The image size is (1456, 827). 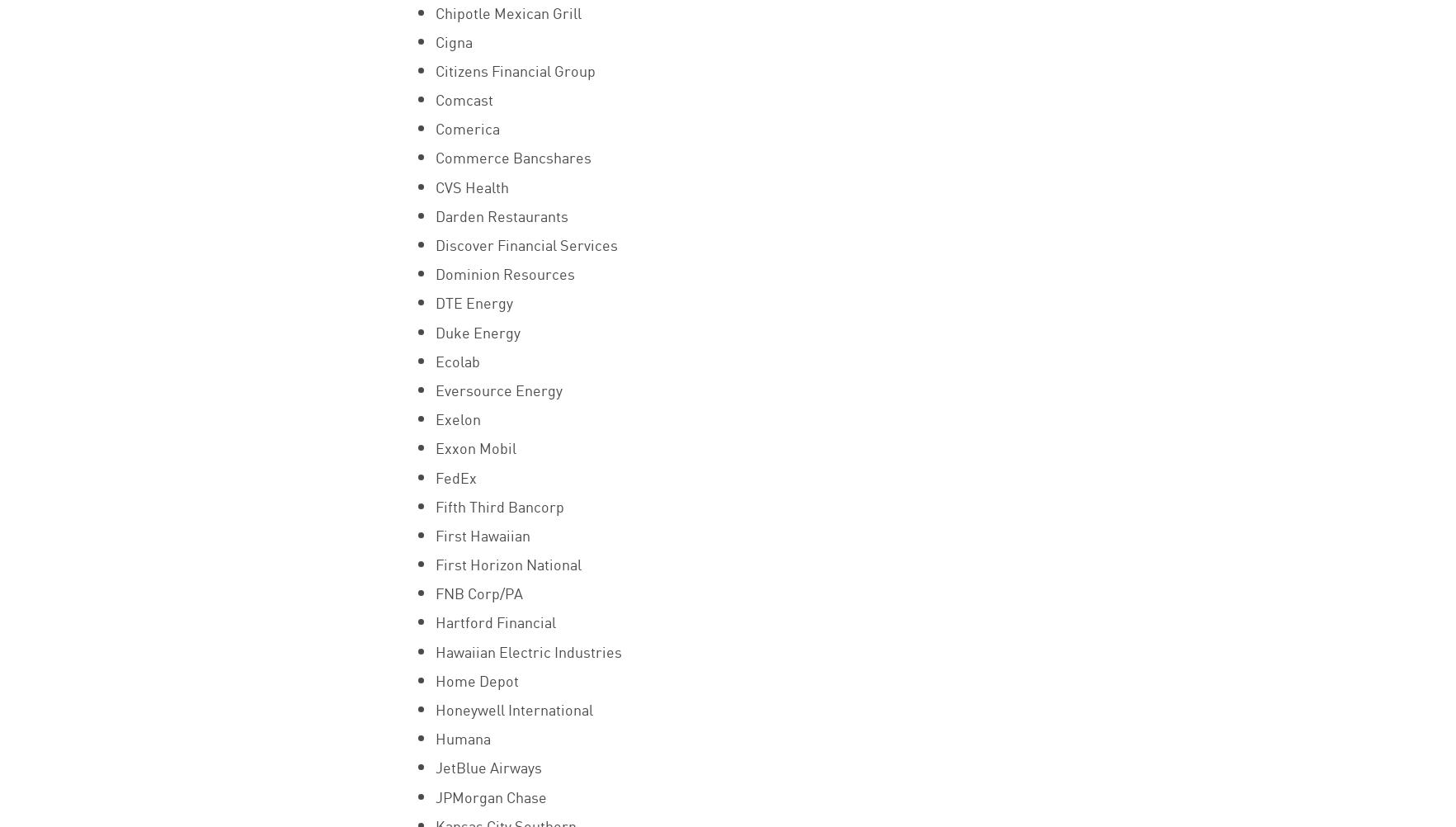 I want to click on 'Exxon Mobil', so click(x=474, y=447).